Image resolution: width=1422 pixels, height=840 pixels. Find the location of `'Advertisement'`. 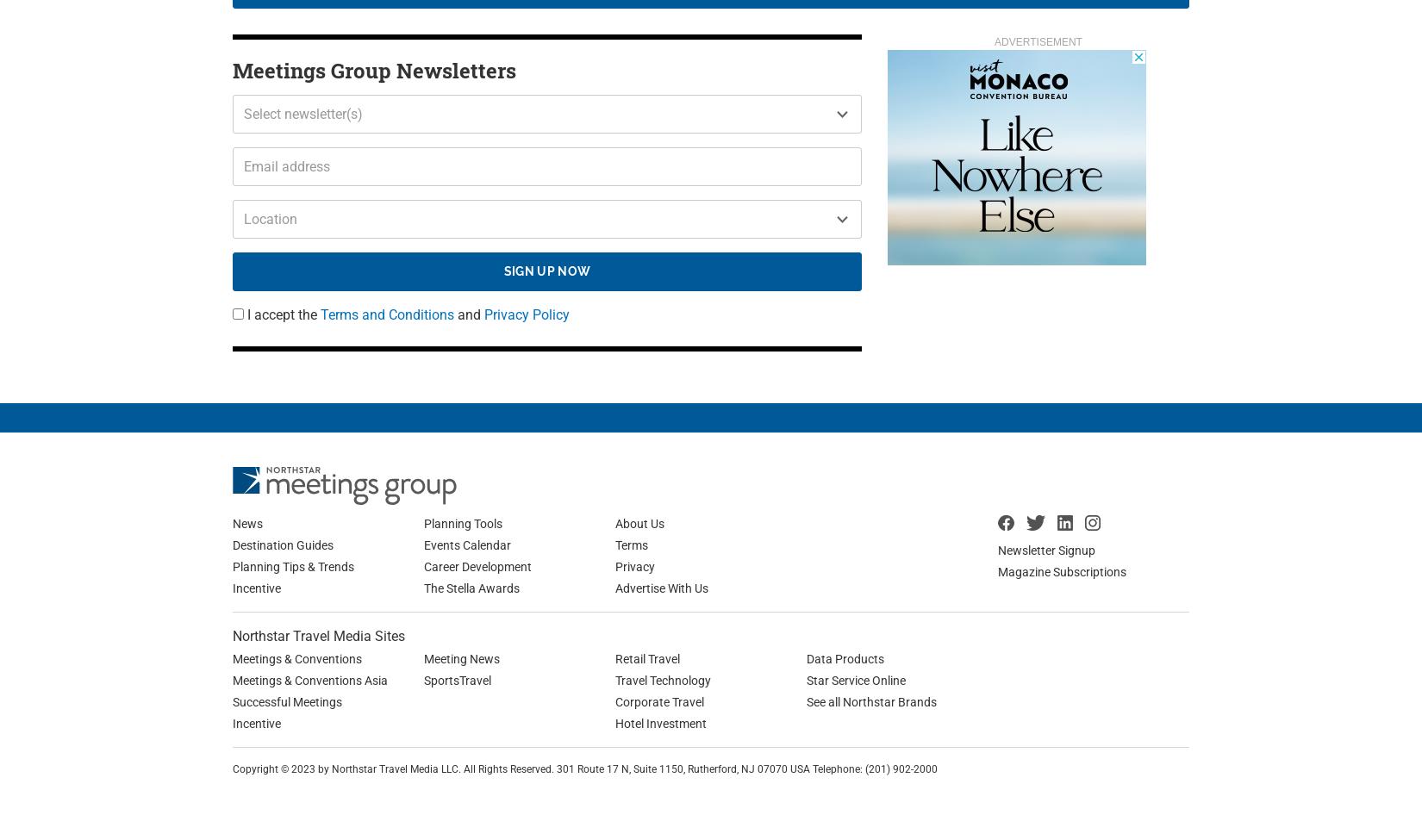

'Advertisement' is located at coordinates (1038, 40).